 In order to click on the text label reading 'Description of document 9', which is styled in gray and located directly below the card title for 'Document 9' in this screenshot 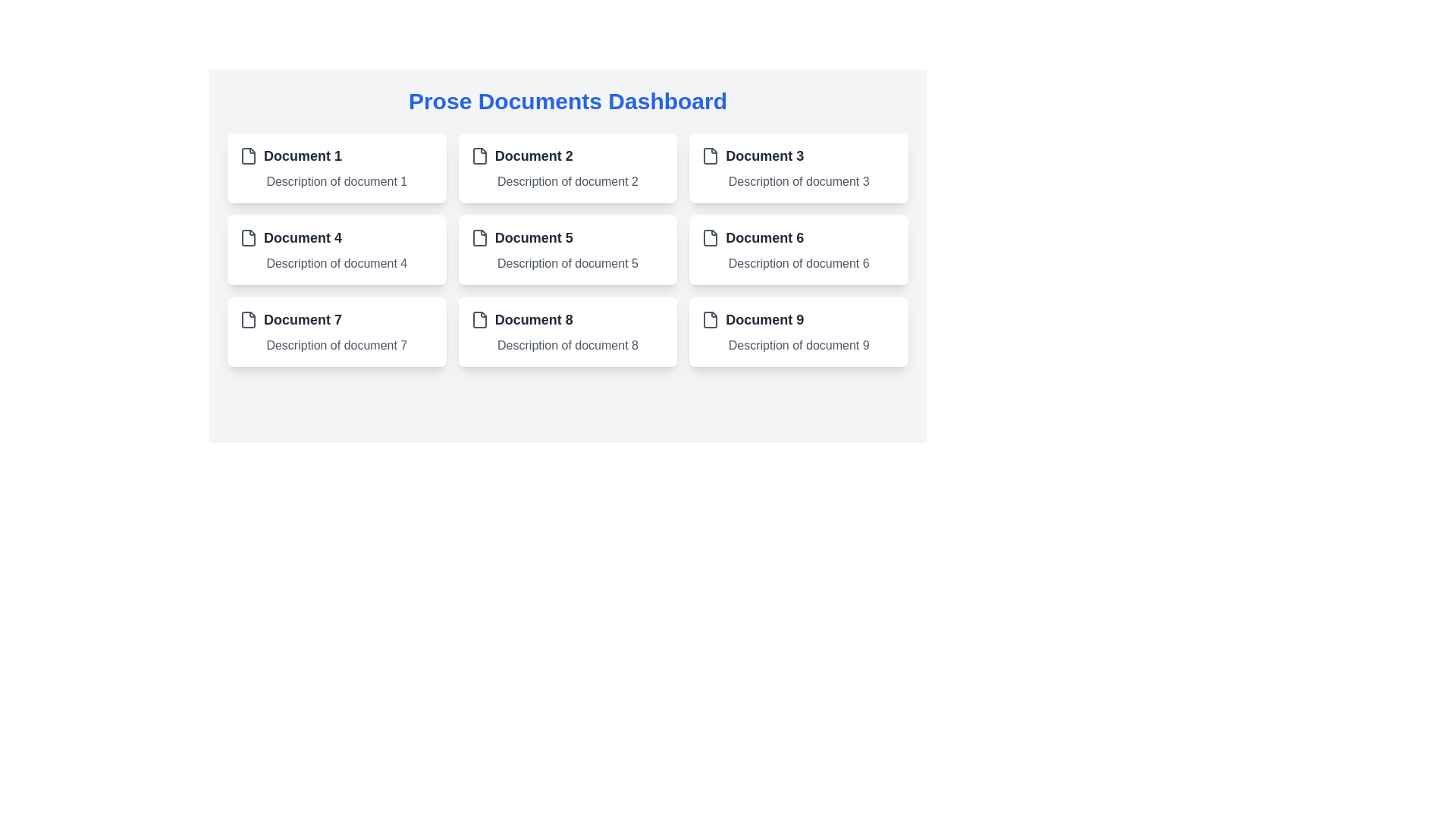, I will do `click(798, 345)`.